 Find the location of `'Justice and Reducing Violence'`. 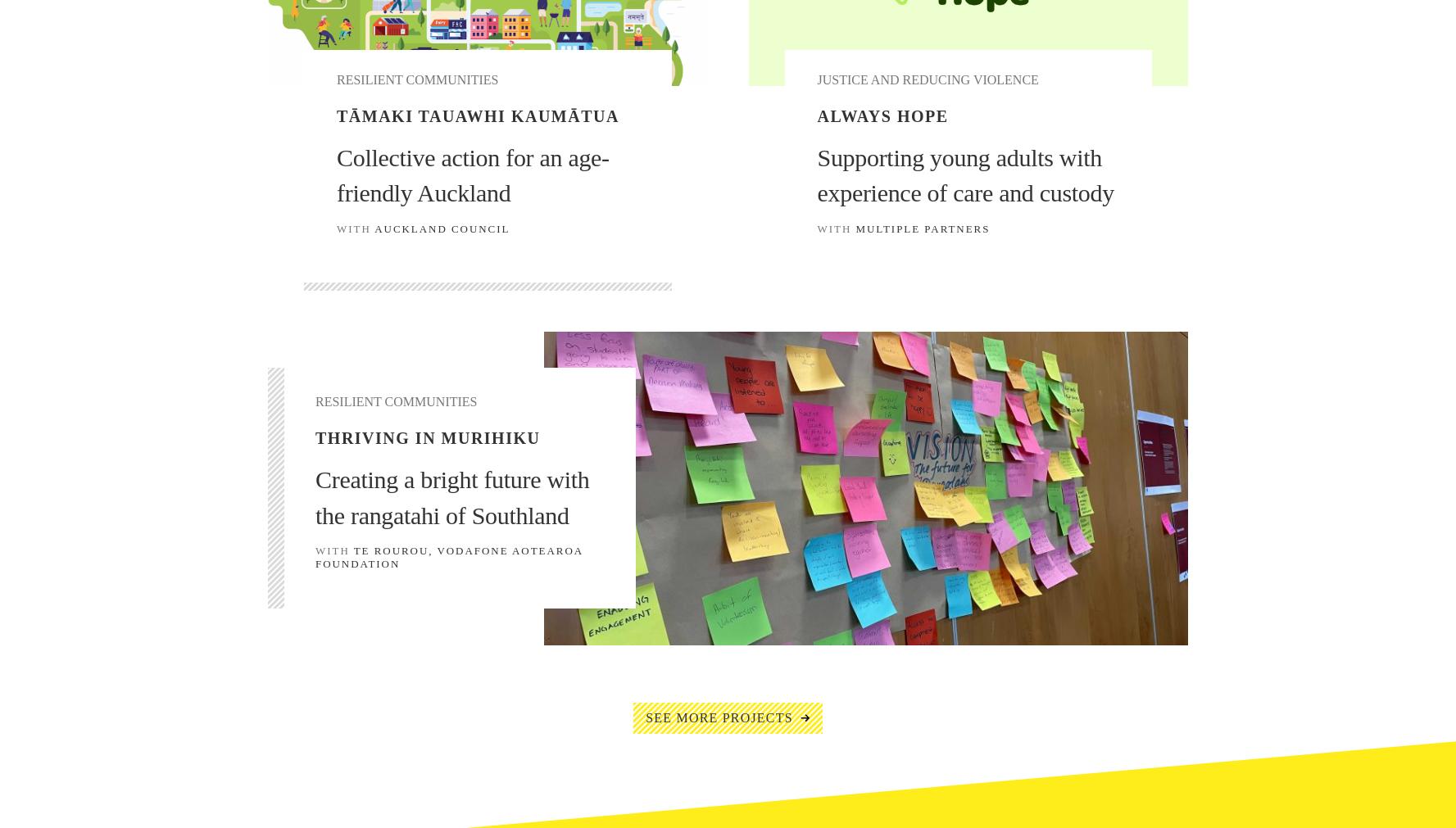

'Justice and Reducing Violence' is located at coordinates (926, 78).